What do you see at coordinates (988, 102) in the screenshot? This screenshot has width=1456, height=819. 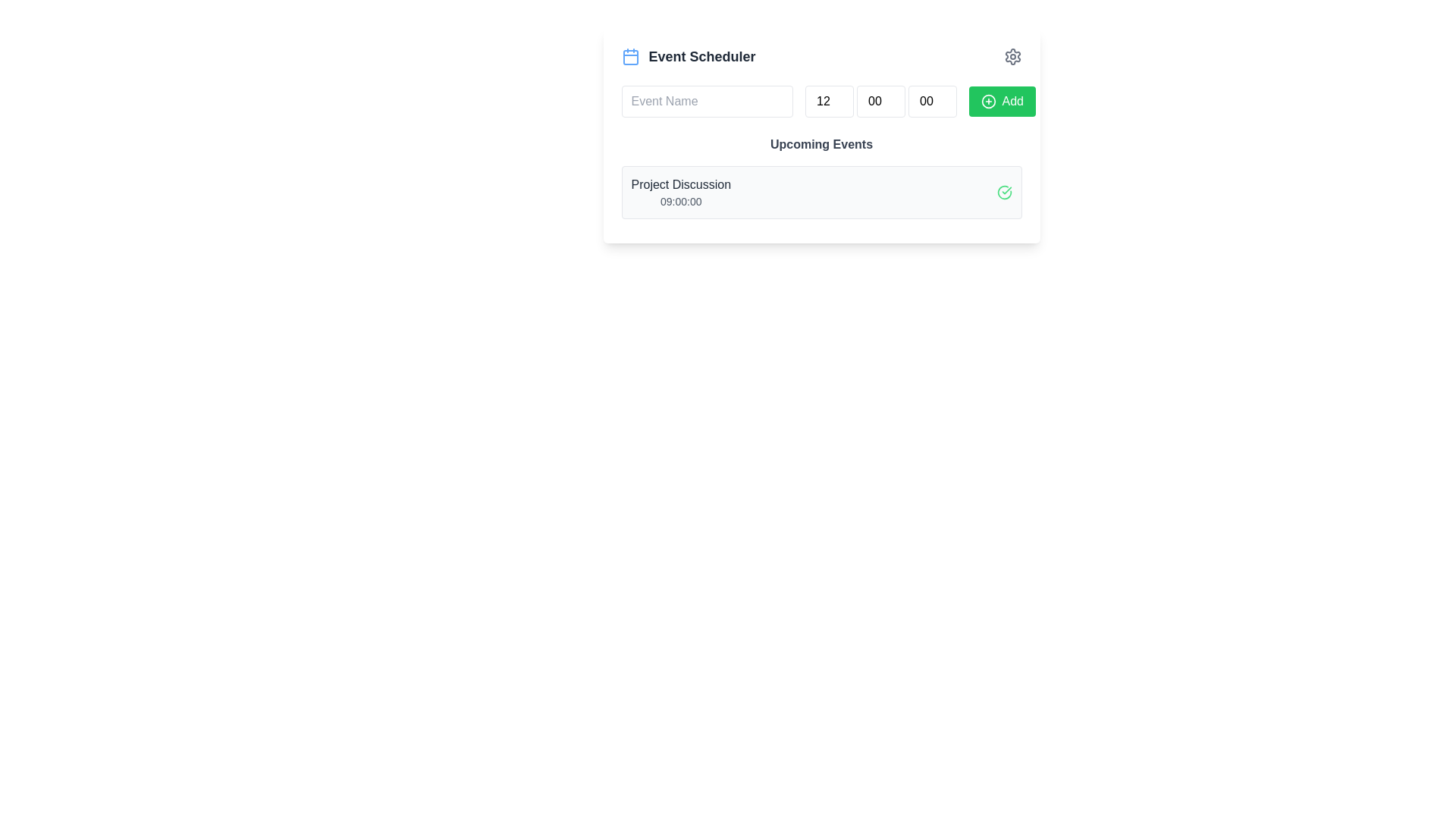 I see `the circular icon with a plus sign, which is located within the green button labeled 'Add' on the right side of the 'Event Scheduler' form interface` at bounding box center [988, 102].